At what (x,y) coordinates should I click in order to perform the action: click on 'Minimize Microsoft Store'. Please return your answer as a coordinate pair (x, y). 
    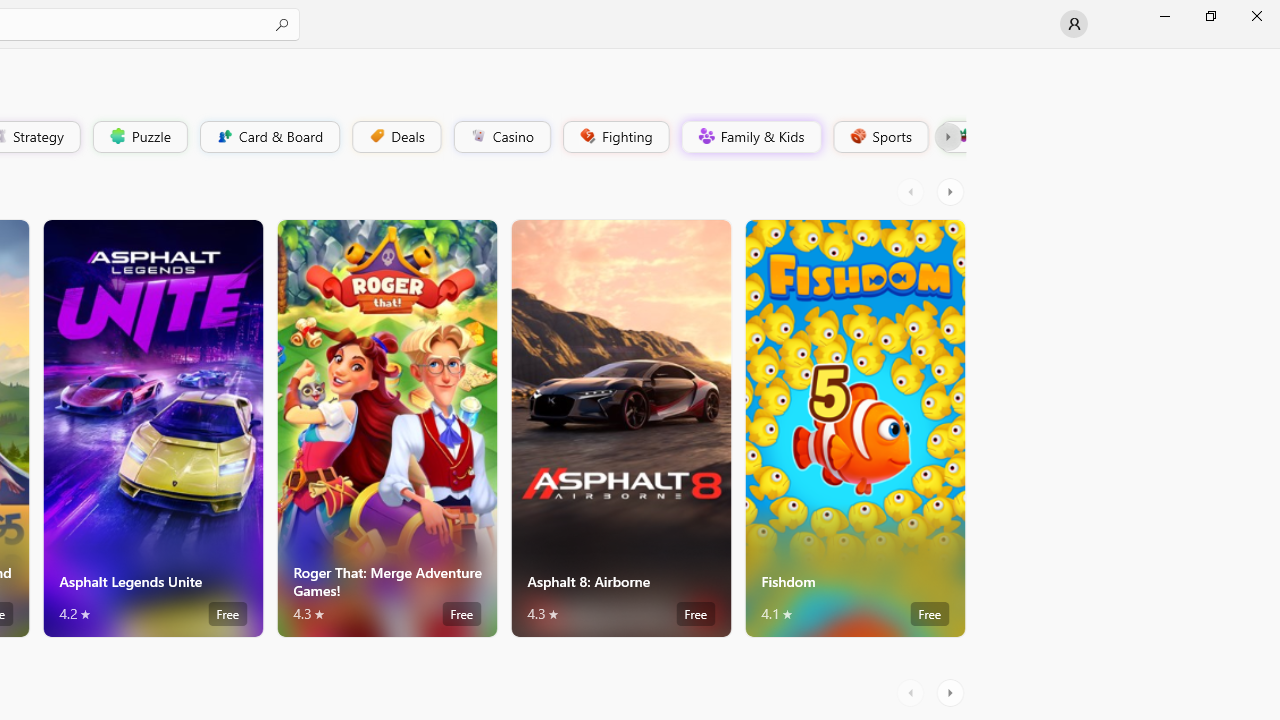
    Looking at the image, I should click on (1164, 15).